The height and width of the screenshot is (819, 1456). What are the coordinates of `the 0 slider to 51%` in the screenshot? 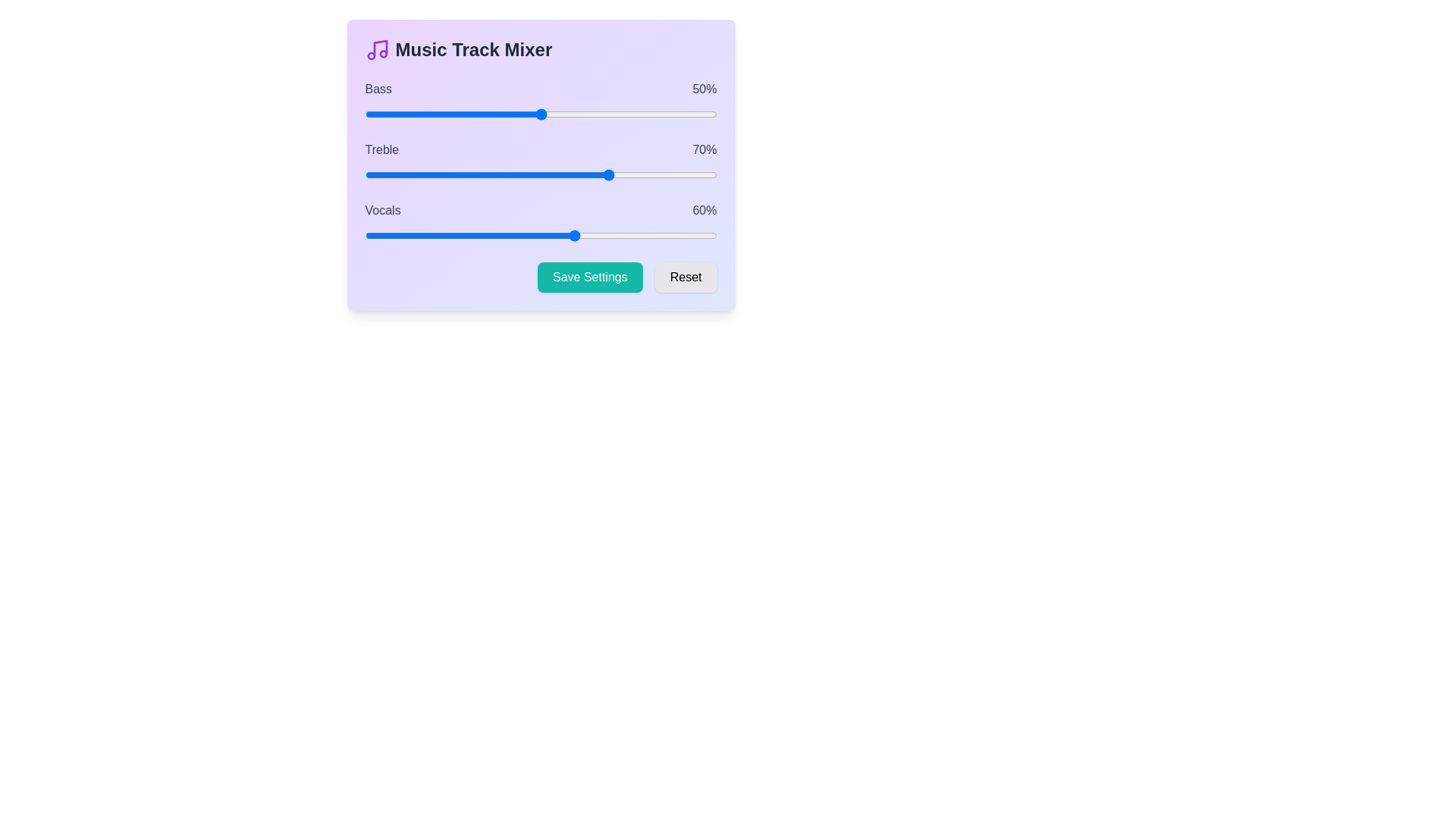 It's located at (544, 113).